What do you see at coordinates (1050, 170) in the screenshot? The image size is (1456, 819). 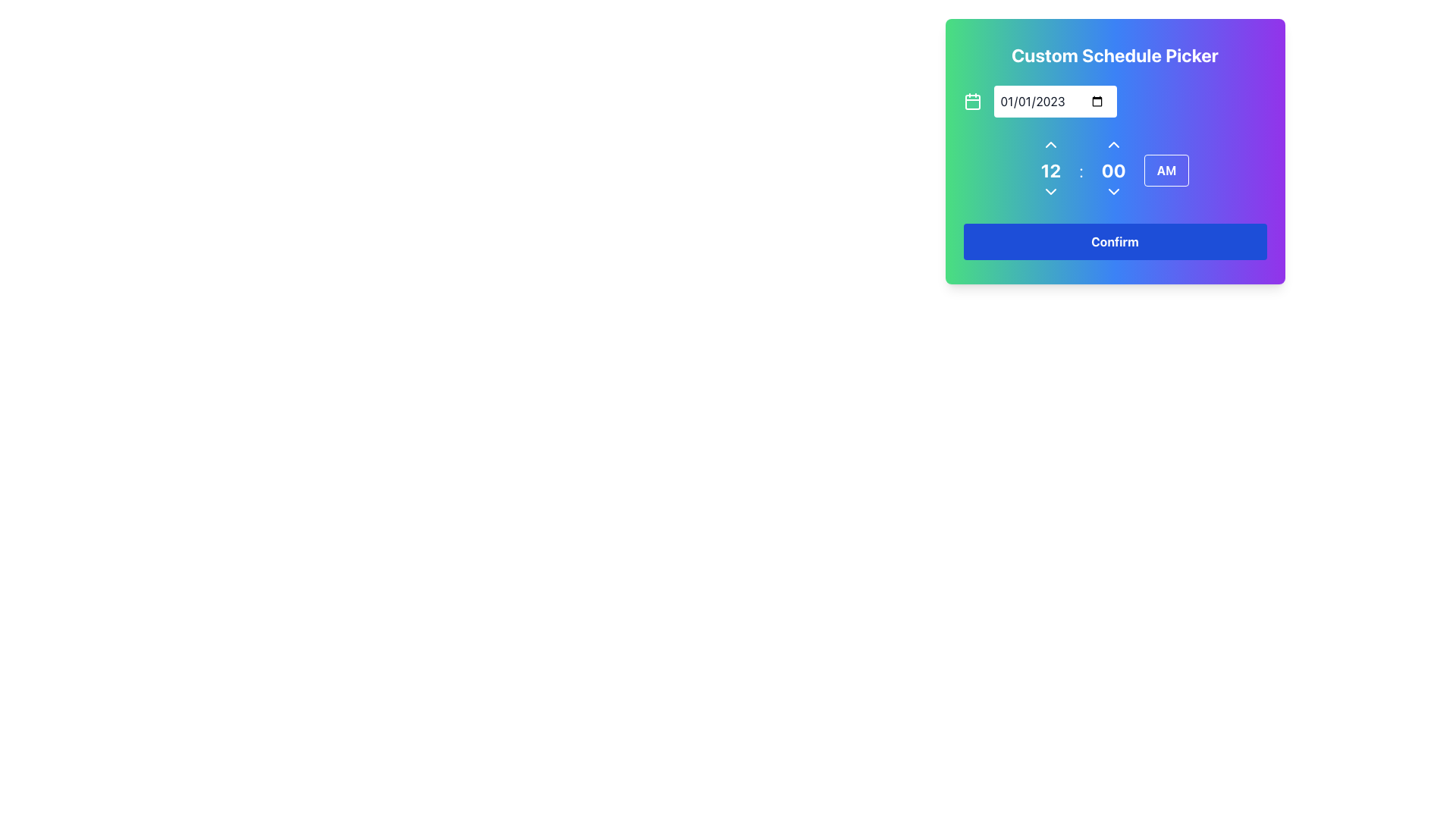 I see `the Text Display element that shows the hour value in the 'Custom Schedule Picker', located in the center-right area and above the colon separating it from the minute representation` at bounding box center [1050, 170].